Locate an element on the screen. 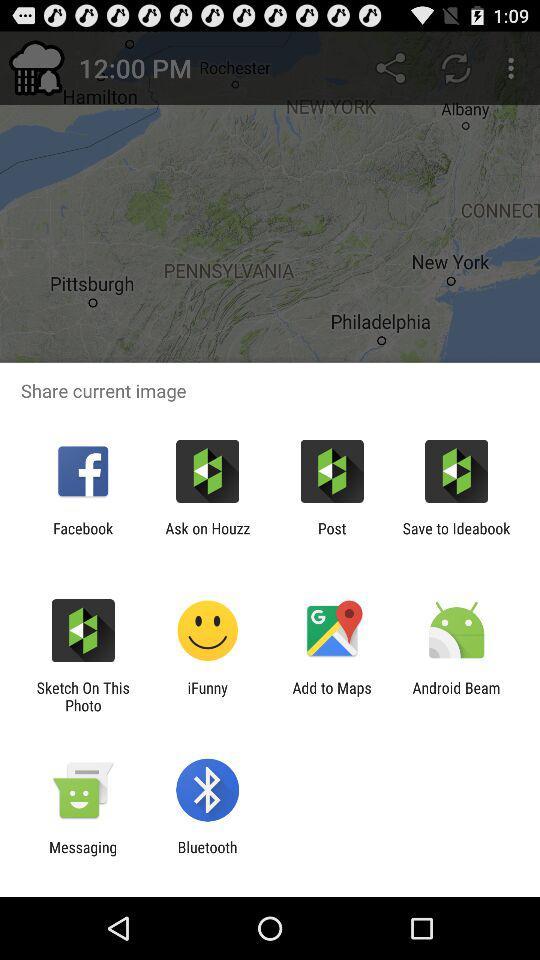 The image size is (540, 960). the icon next to save to ideabook app is located at coordinates (332, 536).